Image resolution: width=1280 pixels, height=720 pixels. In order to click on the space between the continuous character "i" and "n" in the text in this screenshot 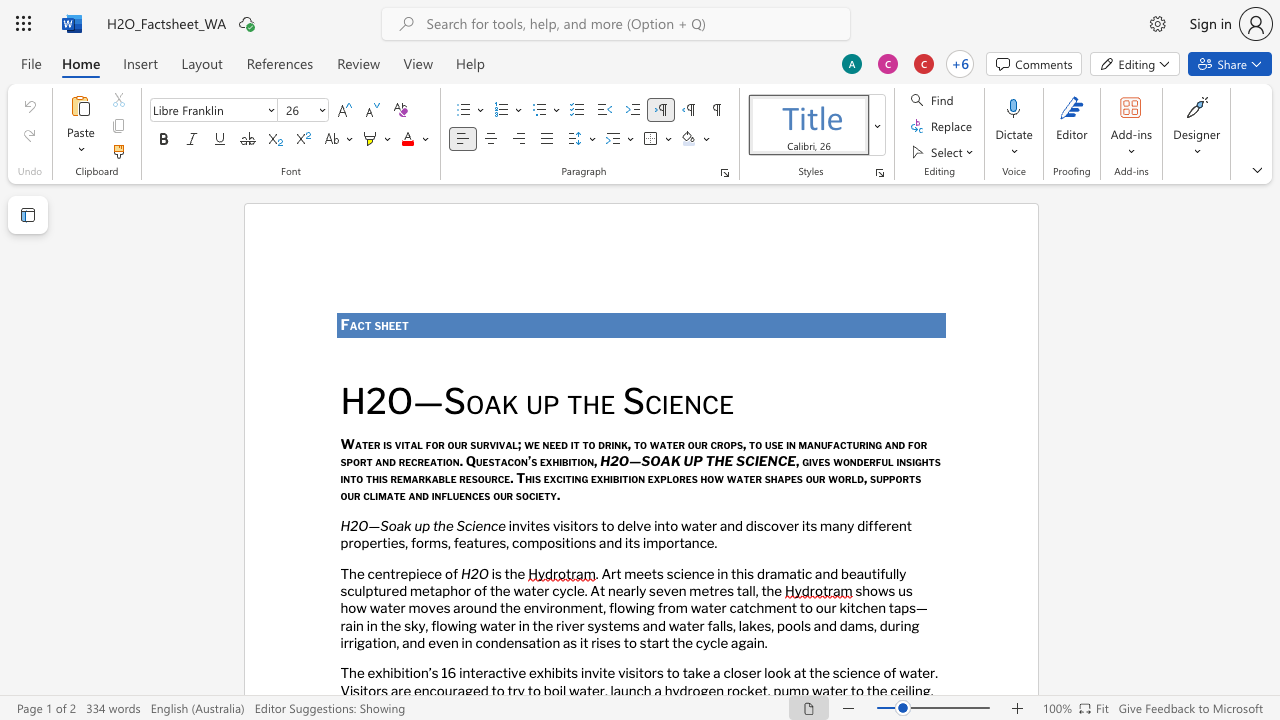, I will do `click(434, 495)`.